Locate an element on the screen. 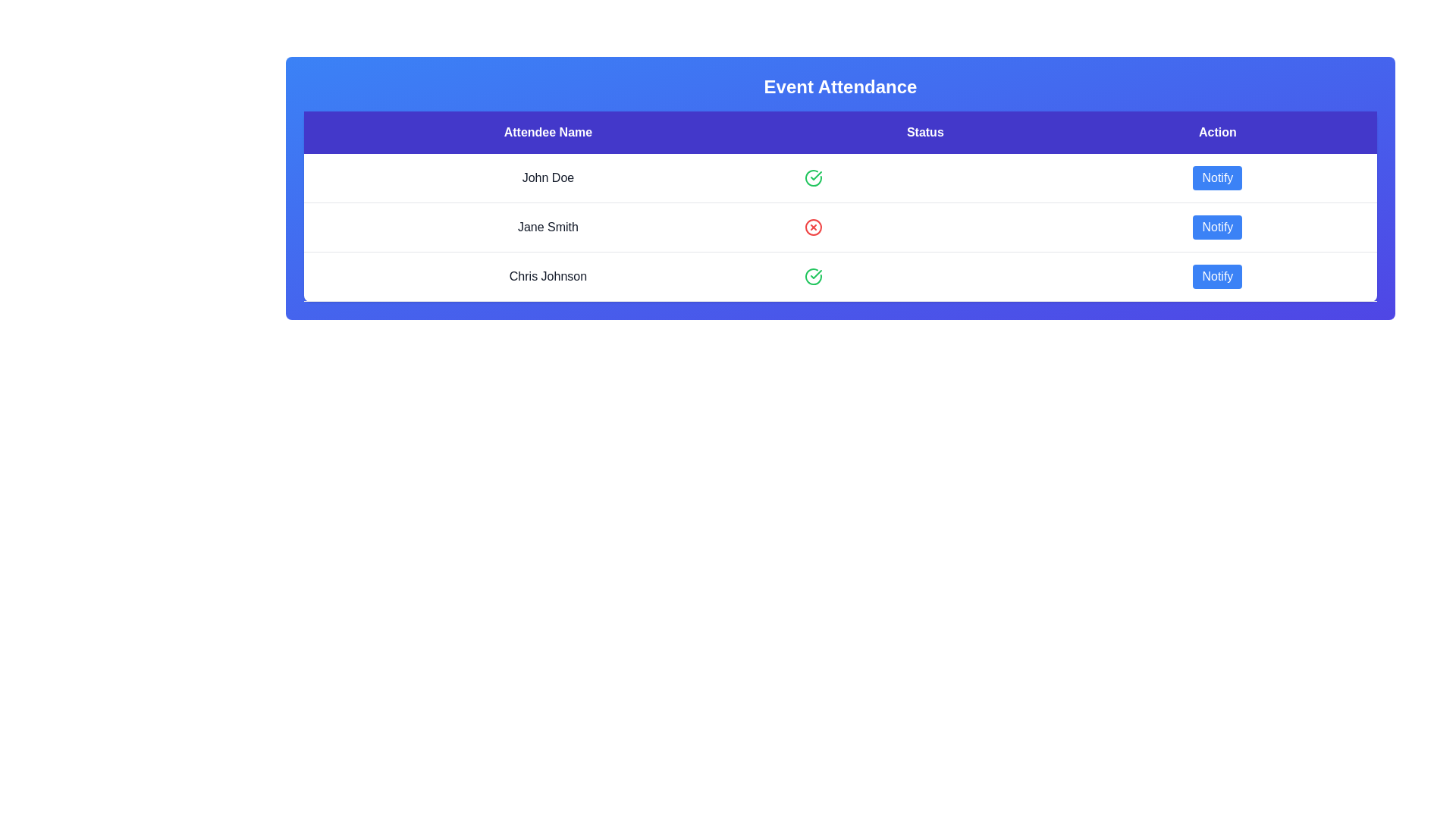 This screenshot has height=819, width=1456. 'Notify' button for the attendee specified by Chris Johnson is located at coordinates (1217, 277).